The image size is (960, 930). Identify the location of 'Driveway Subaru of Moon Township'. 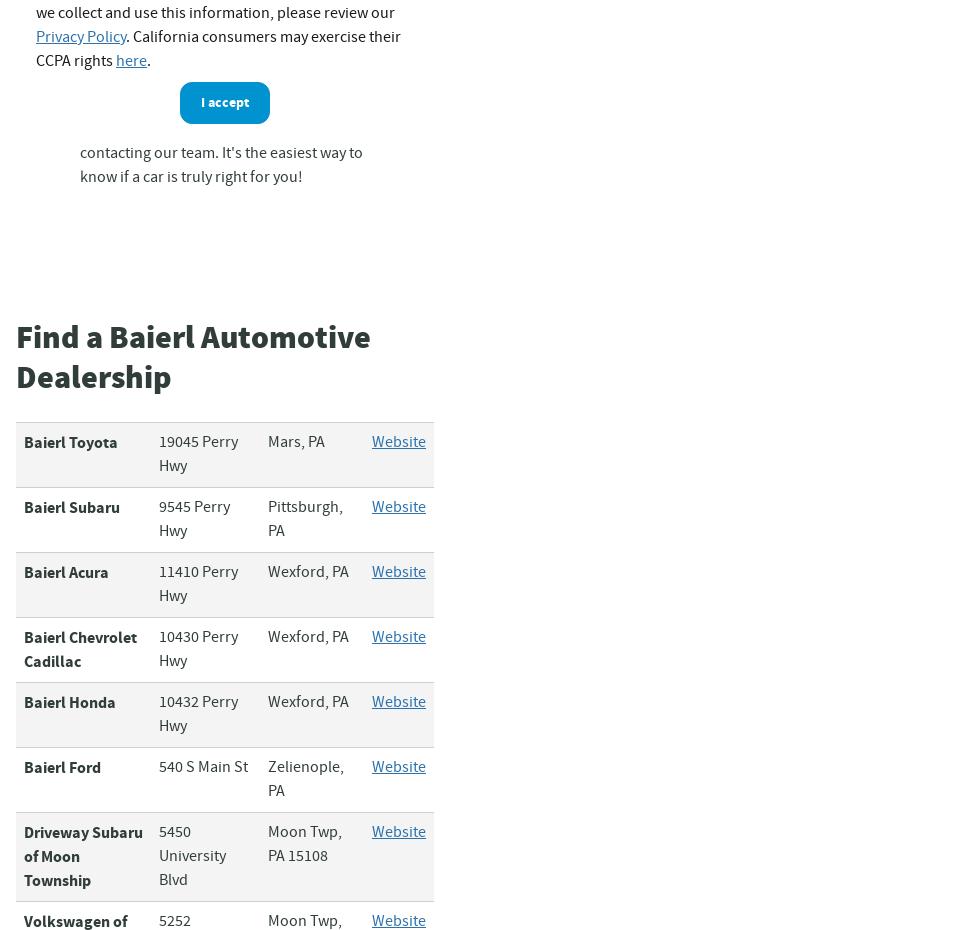
(83, 856).